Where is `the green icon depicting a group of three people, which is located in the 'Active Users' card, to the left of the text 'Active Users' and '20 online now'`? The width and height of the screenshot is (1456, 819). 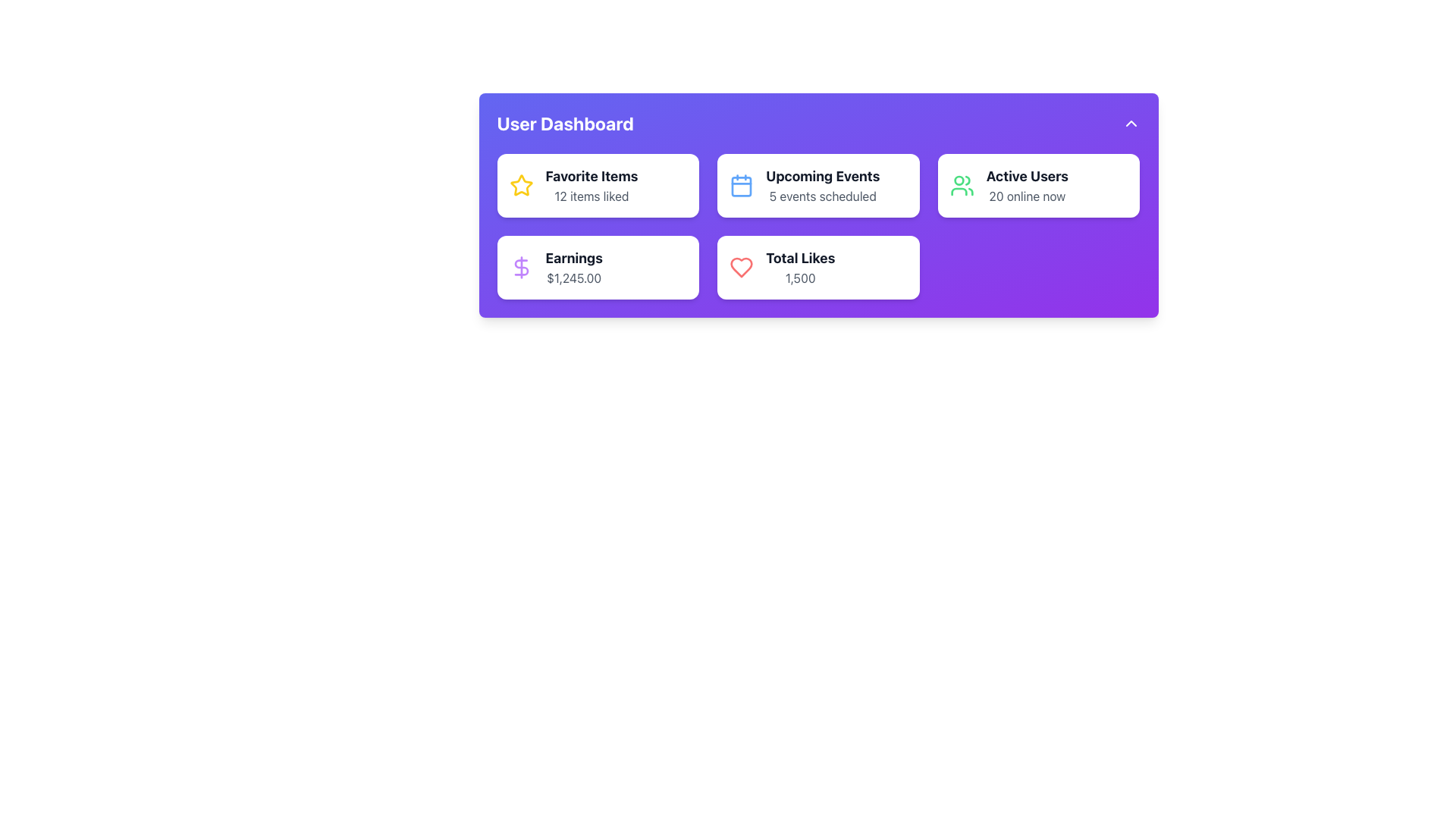
the green icon depicting a group of three people, which is located in the 'Active Users' card, to the left of the text 'Active Users' and '20 online now' is located at coordinates (961, 185).